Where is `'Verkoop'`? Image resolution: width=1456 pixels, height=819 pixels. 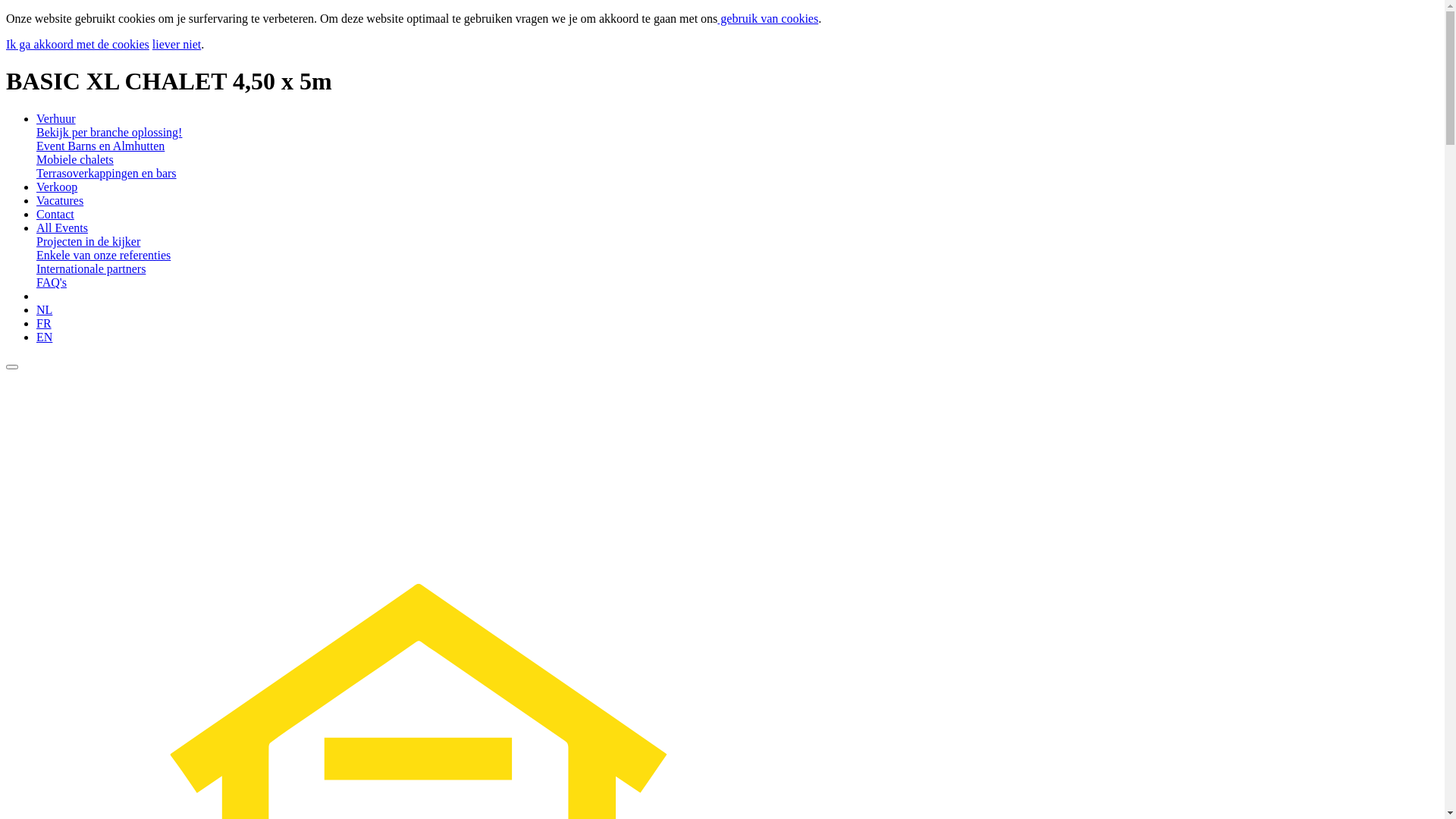
'Verkoop' is located at coordinates (36, 186).